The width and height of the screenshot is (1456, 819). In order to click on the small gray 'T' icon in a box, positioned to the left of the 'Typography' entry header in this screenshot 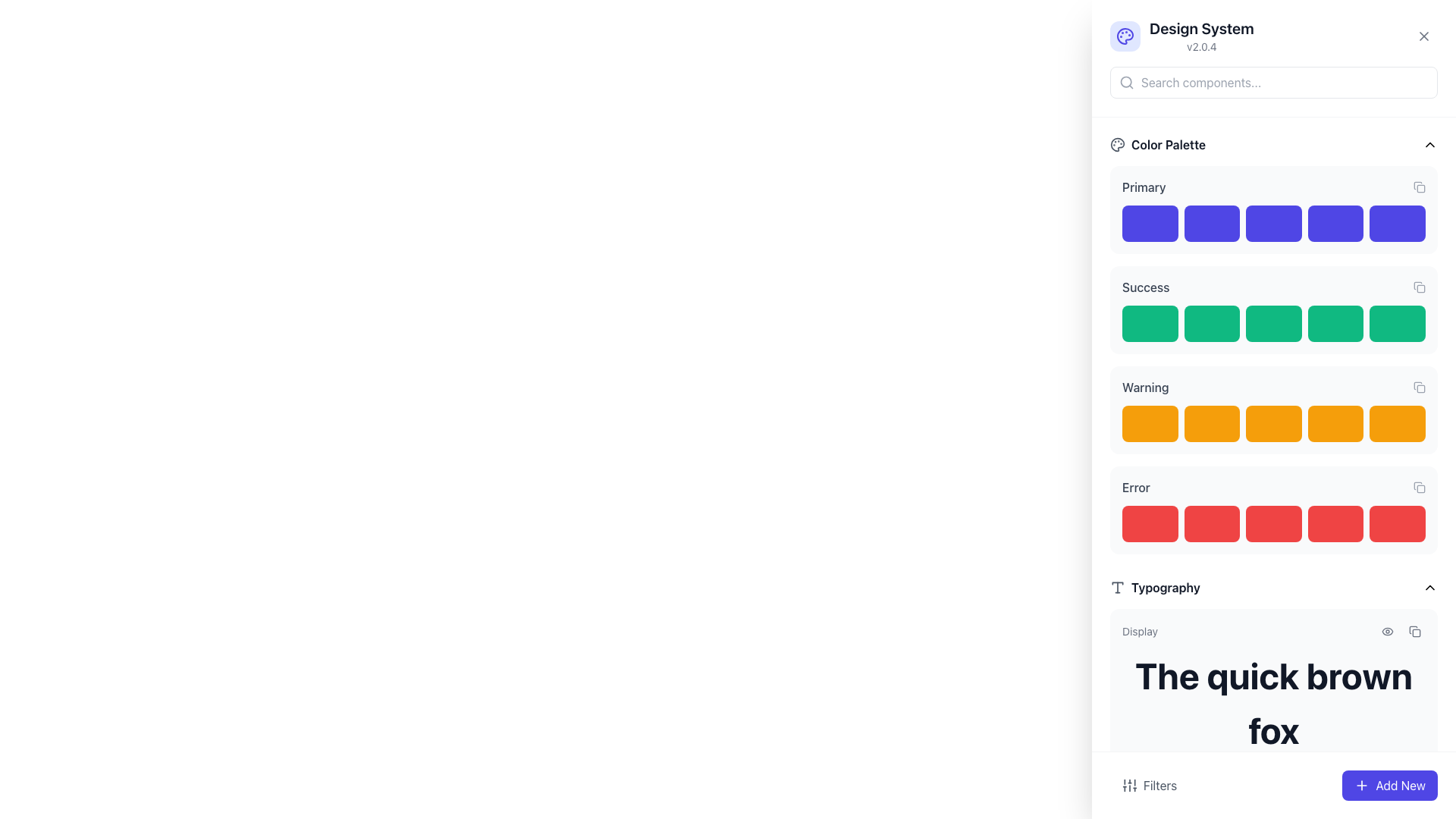, I will do `click(1117, 587)`.